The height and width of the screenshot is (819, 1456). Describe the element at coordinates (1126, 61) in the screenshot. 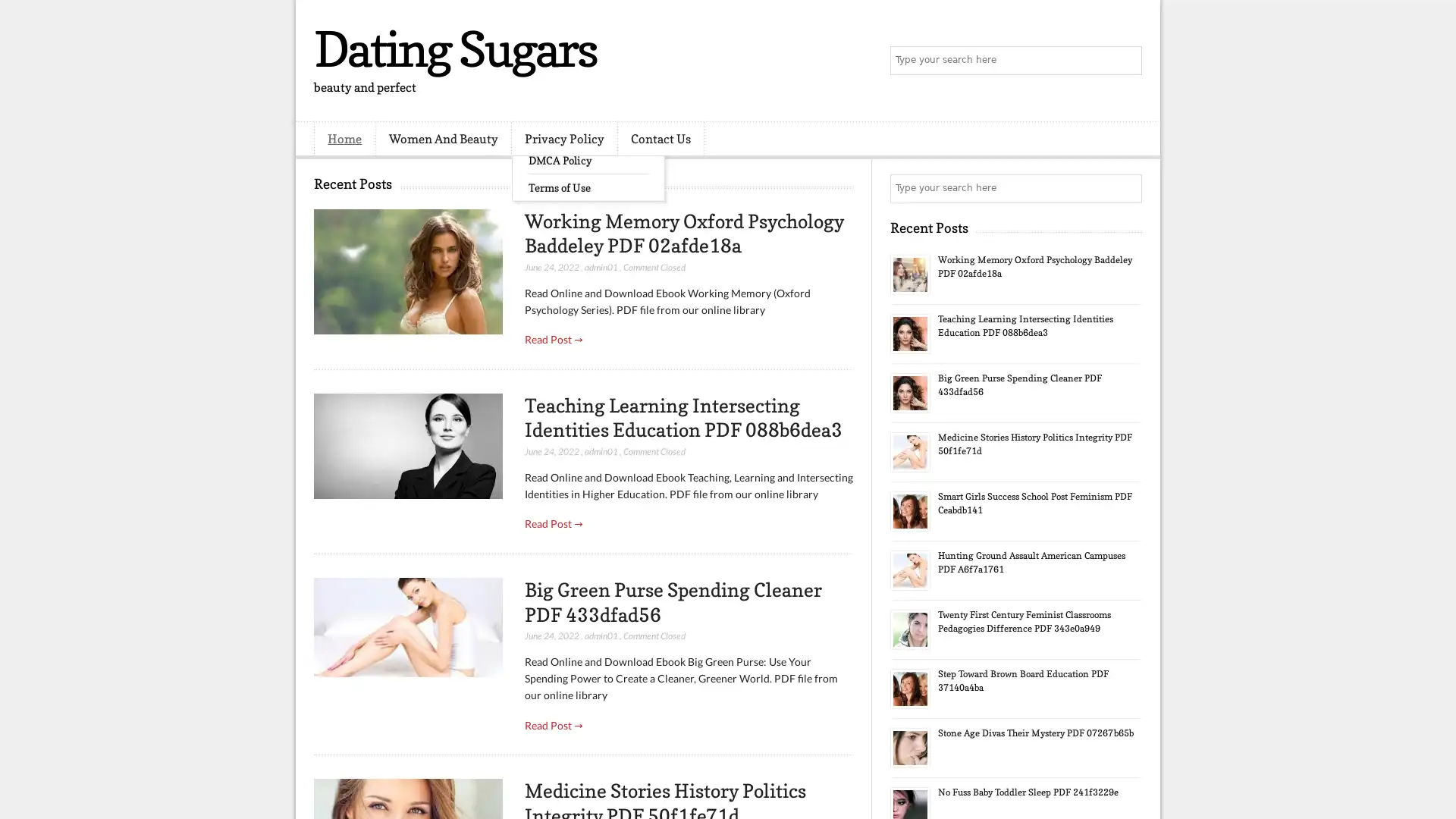

I see `Search` at that location.